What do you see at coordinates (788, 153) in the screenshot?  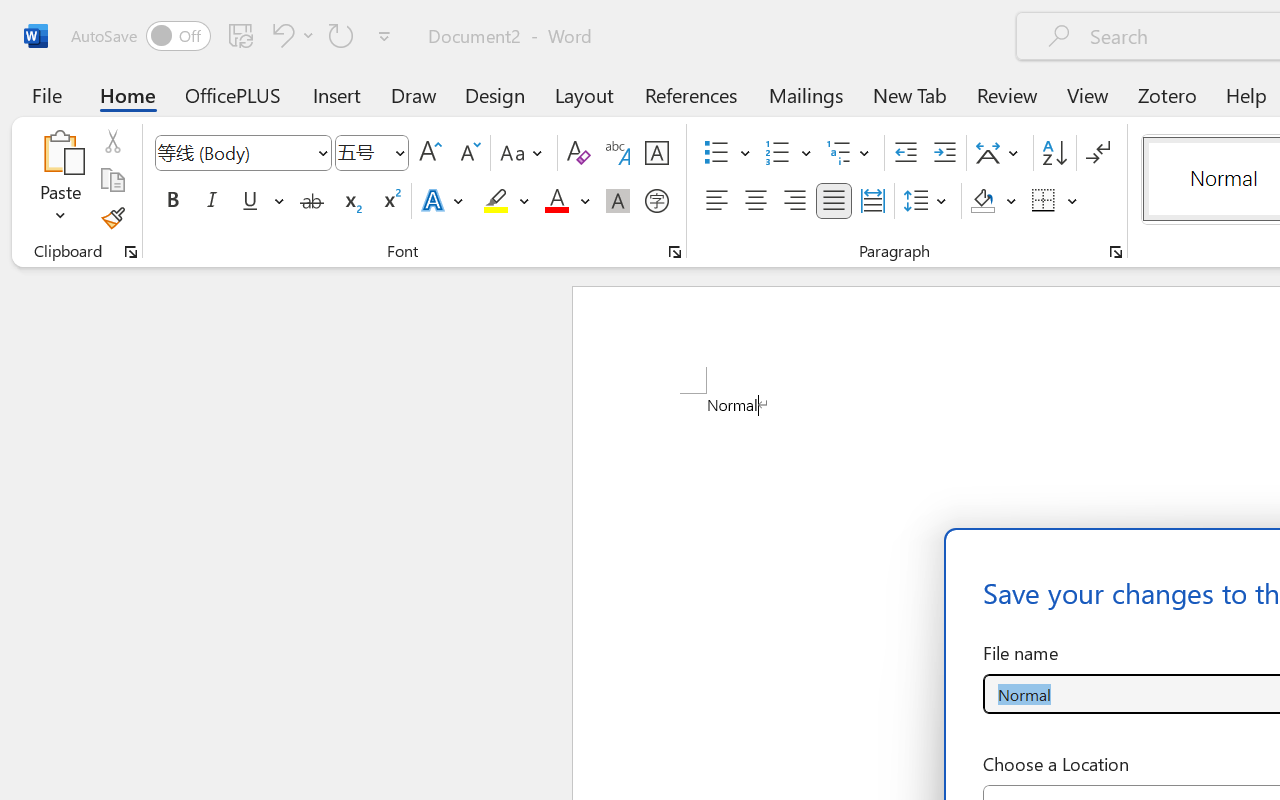 I see `'Numbering'` at bounding box center [788, 153].